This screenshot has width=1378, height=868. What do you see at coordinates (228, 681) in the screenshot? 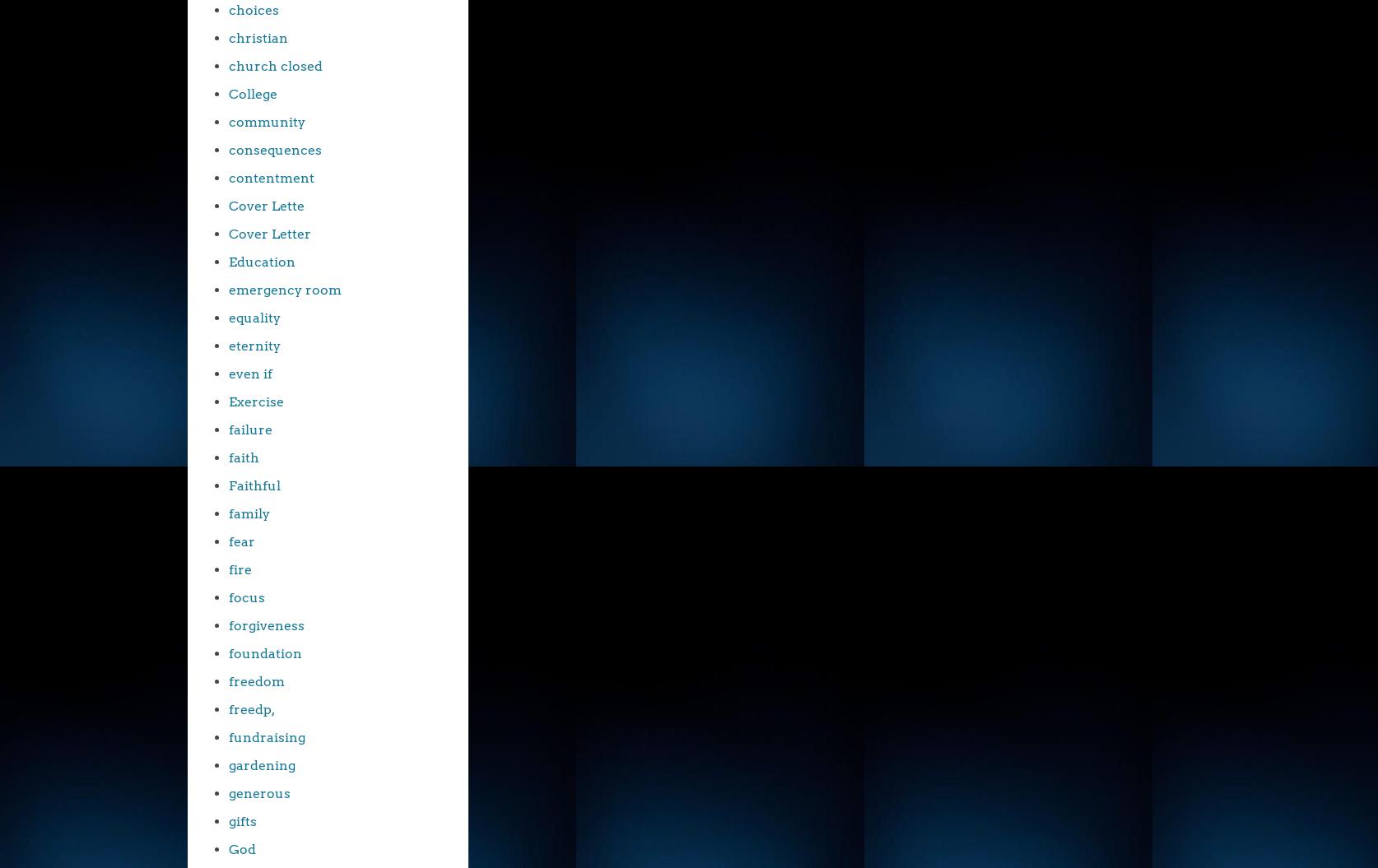
I see `'freedom'` at bounding box center [228, 681].